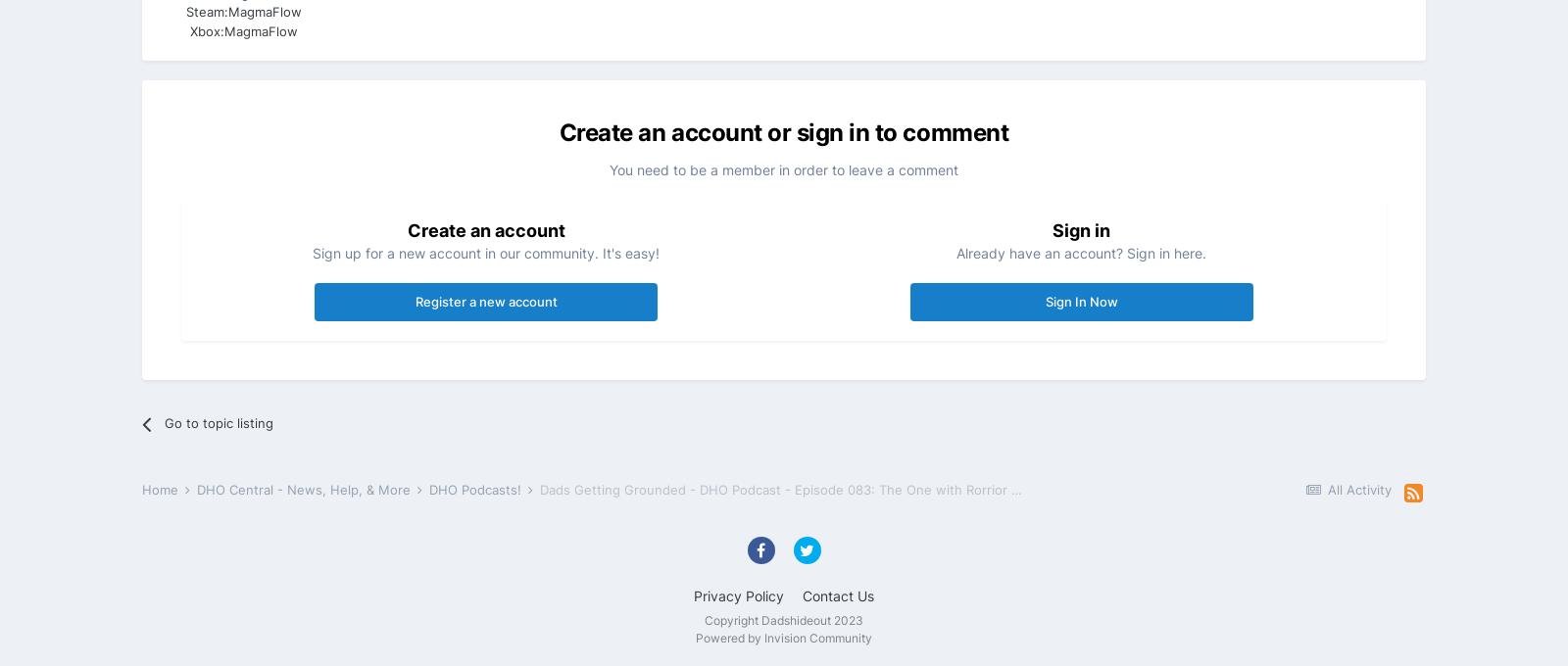  I want to click on 'Sign in', so click(1081, 230).